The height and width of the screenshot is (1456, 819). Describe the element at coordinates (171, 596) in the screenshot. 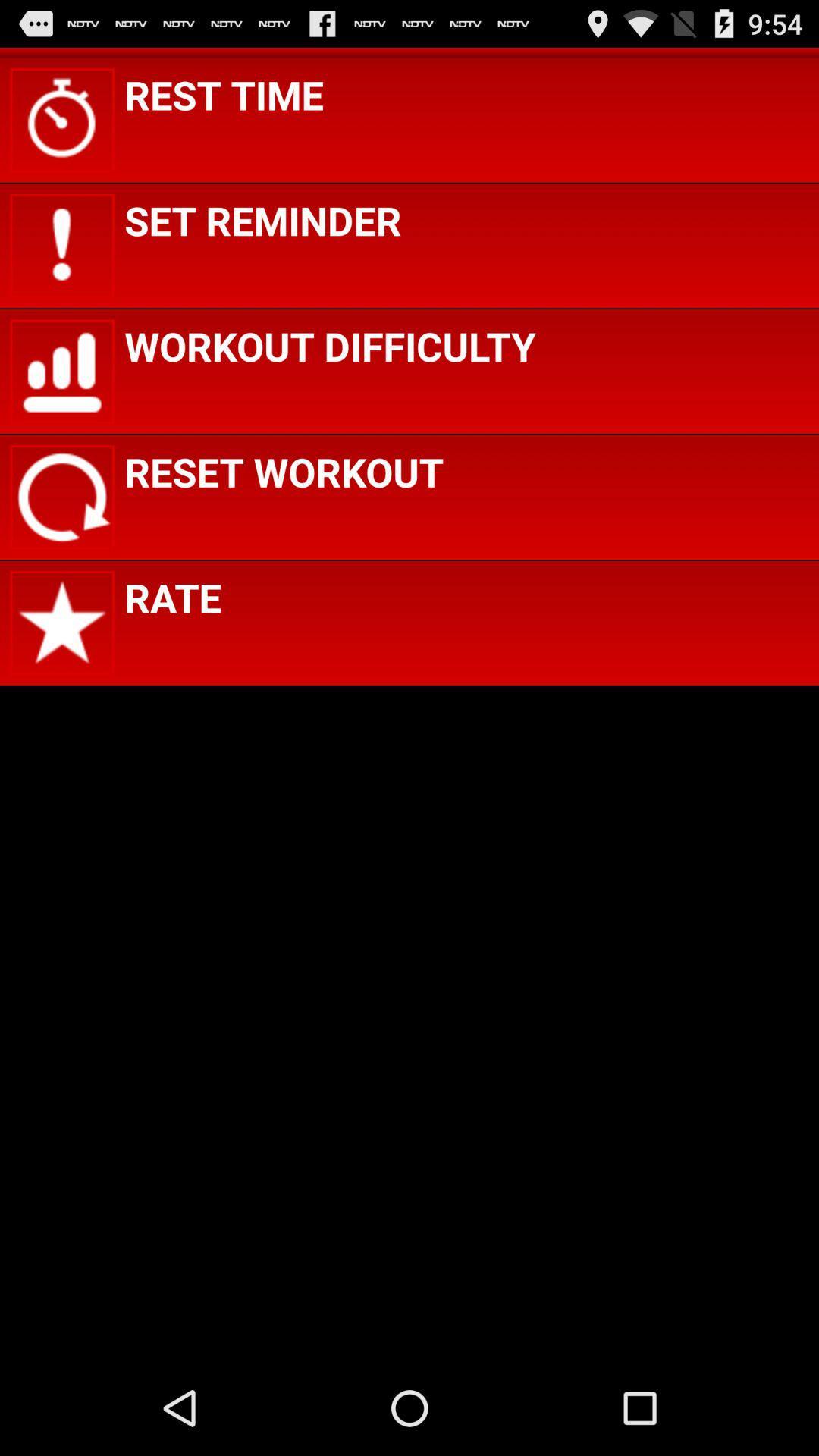

I see `rate` at that location.